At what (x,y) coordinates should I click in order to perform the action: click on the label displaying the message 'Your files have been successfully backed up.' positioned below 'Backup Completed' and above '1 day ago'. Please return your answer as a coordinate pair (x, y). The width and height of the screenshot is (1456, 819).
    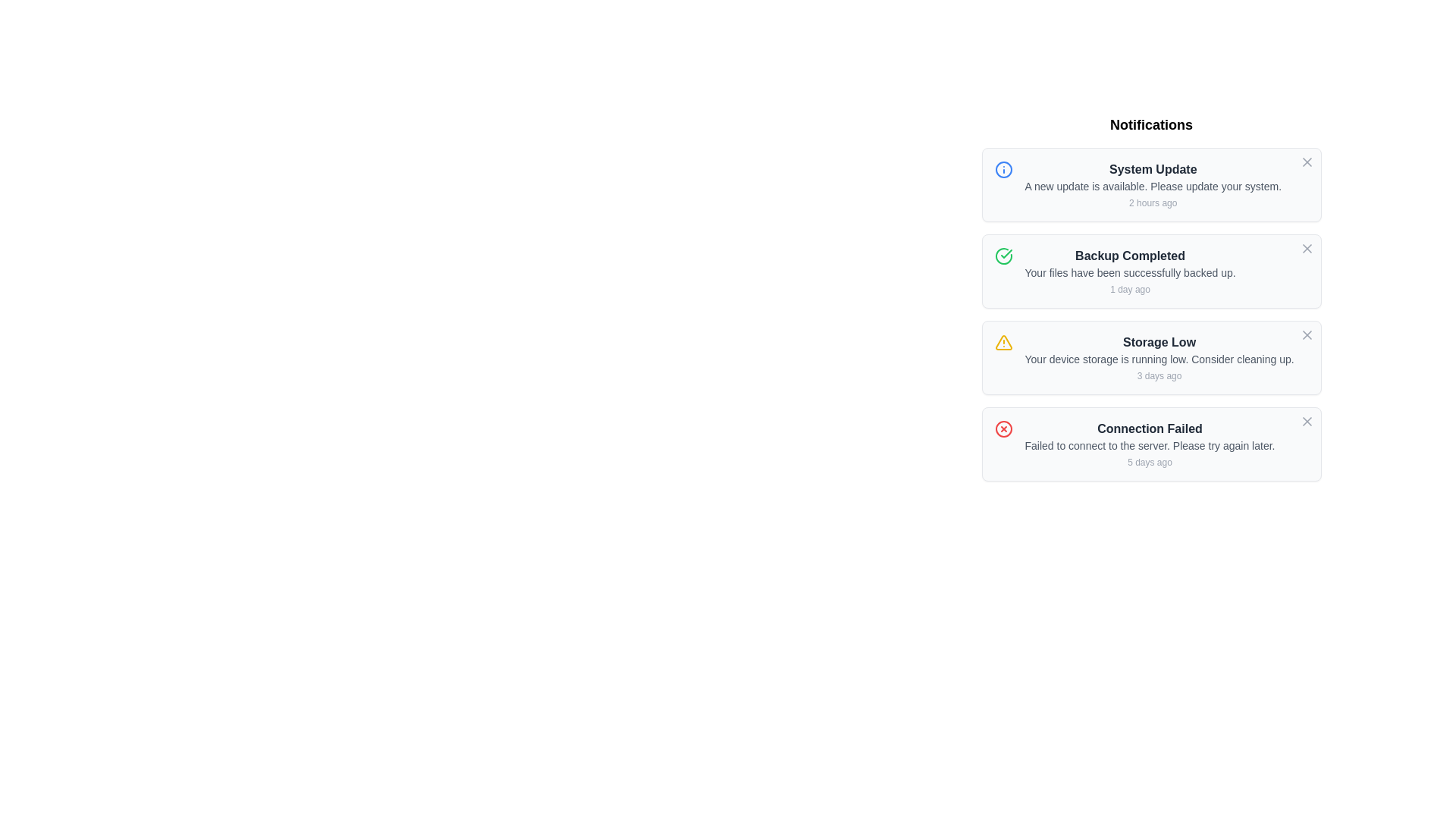
    Looking at the image, I should click on (1130, 271).